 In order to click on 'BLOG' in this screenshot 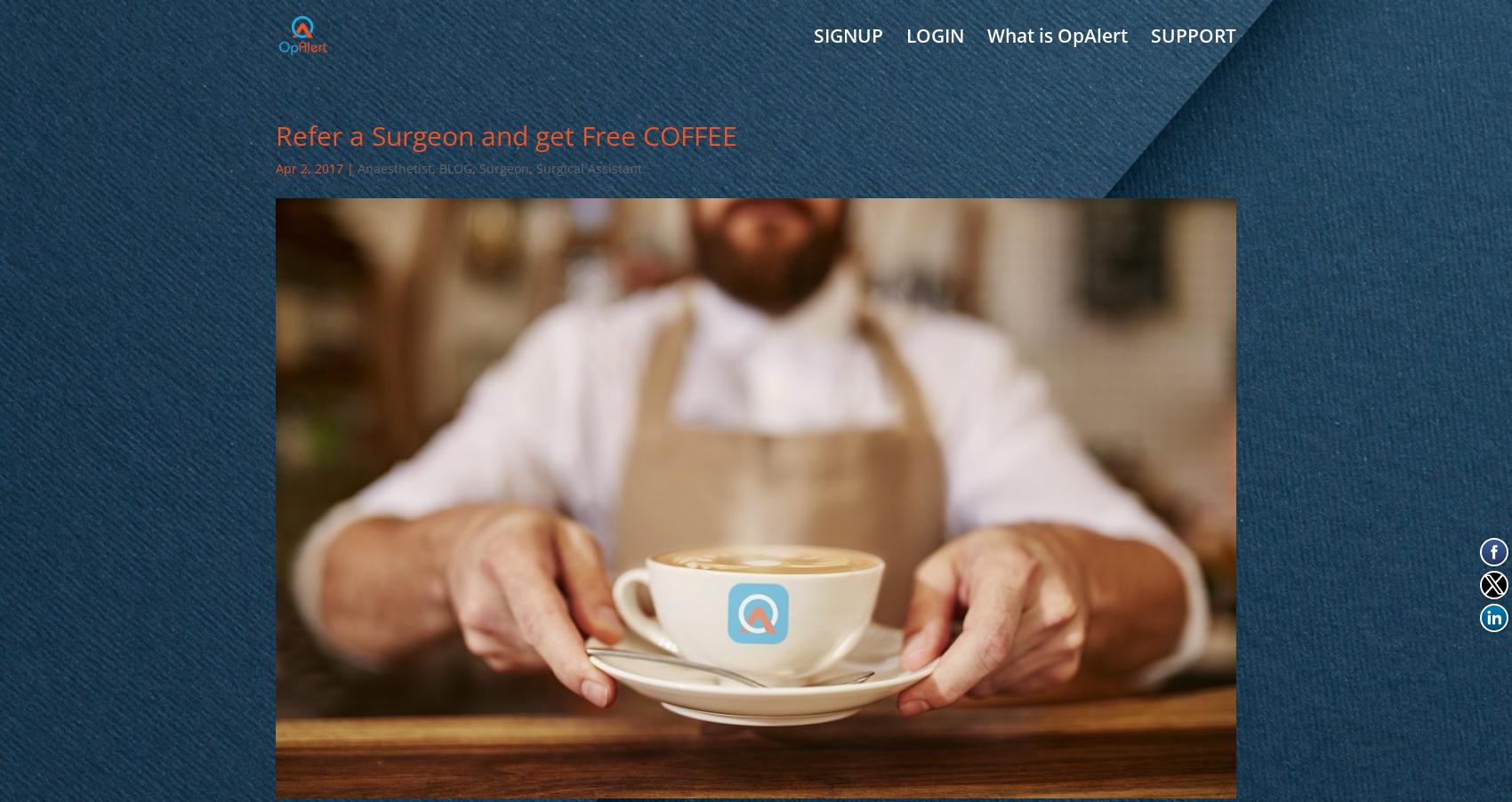, I will do `click(455, 167)`.